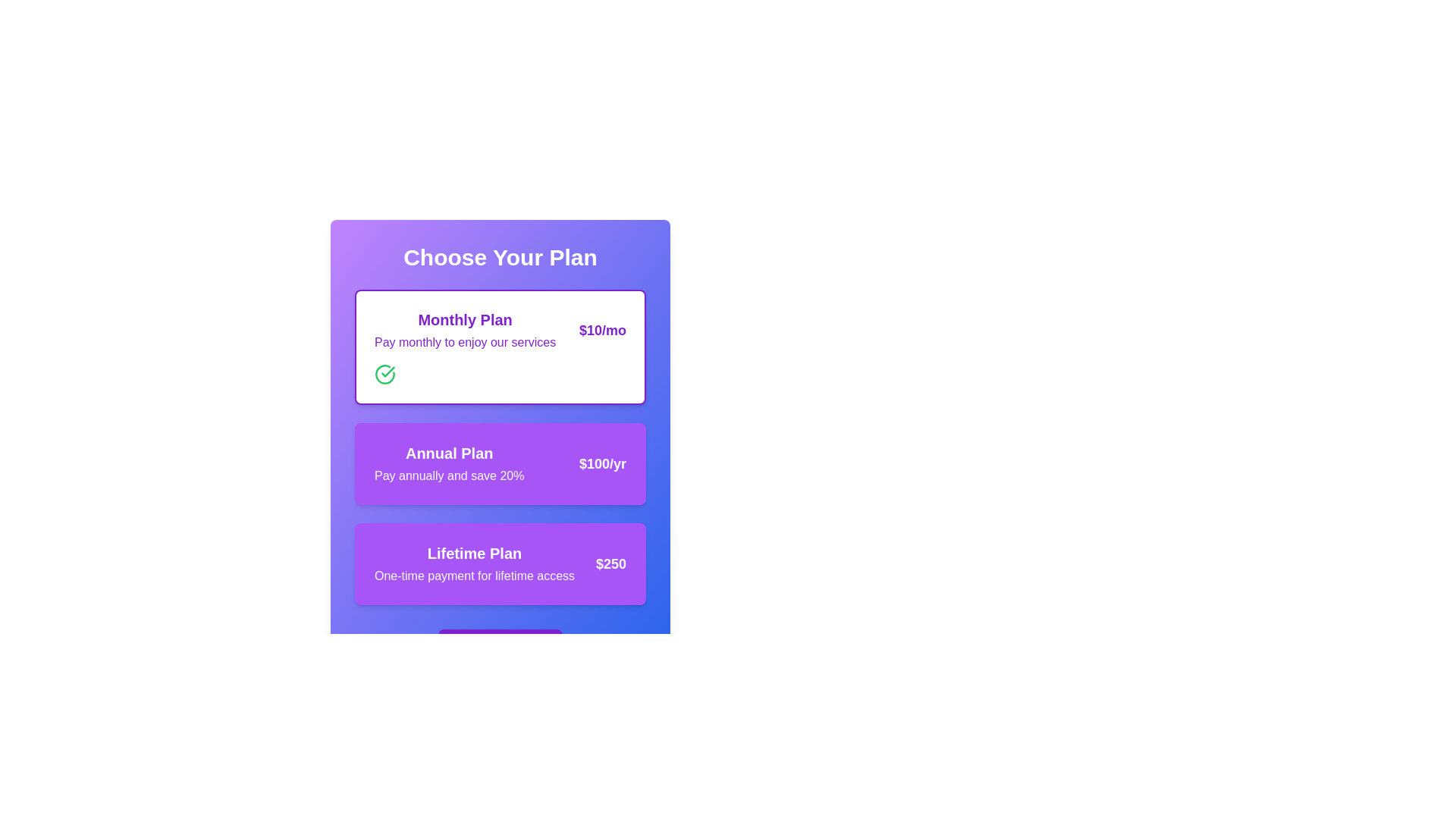  I want to click on the subscription button located at the bottom of the interface to initiate the subscription process, so click(500, 644).